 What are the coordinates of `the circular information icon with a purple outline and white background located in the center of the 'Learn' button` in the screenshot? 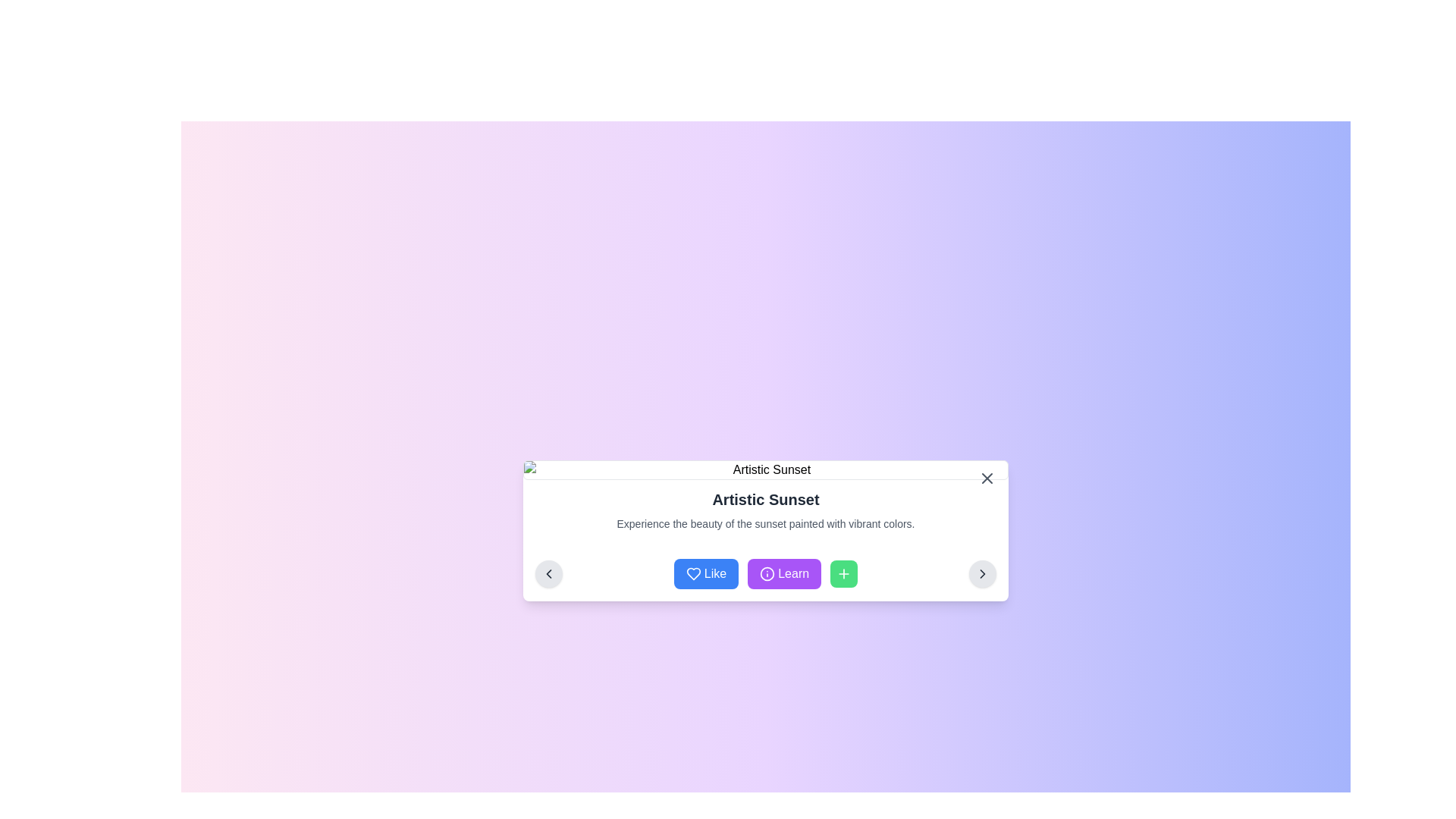 It's located at (767, 573).